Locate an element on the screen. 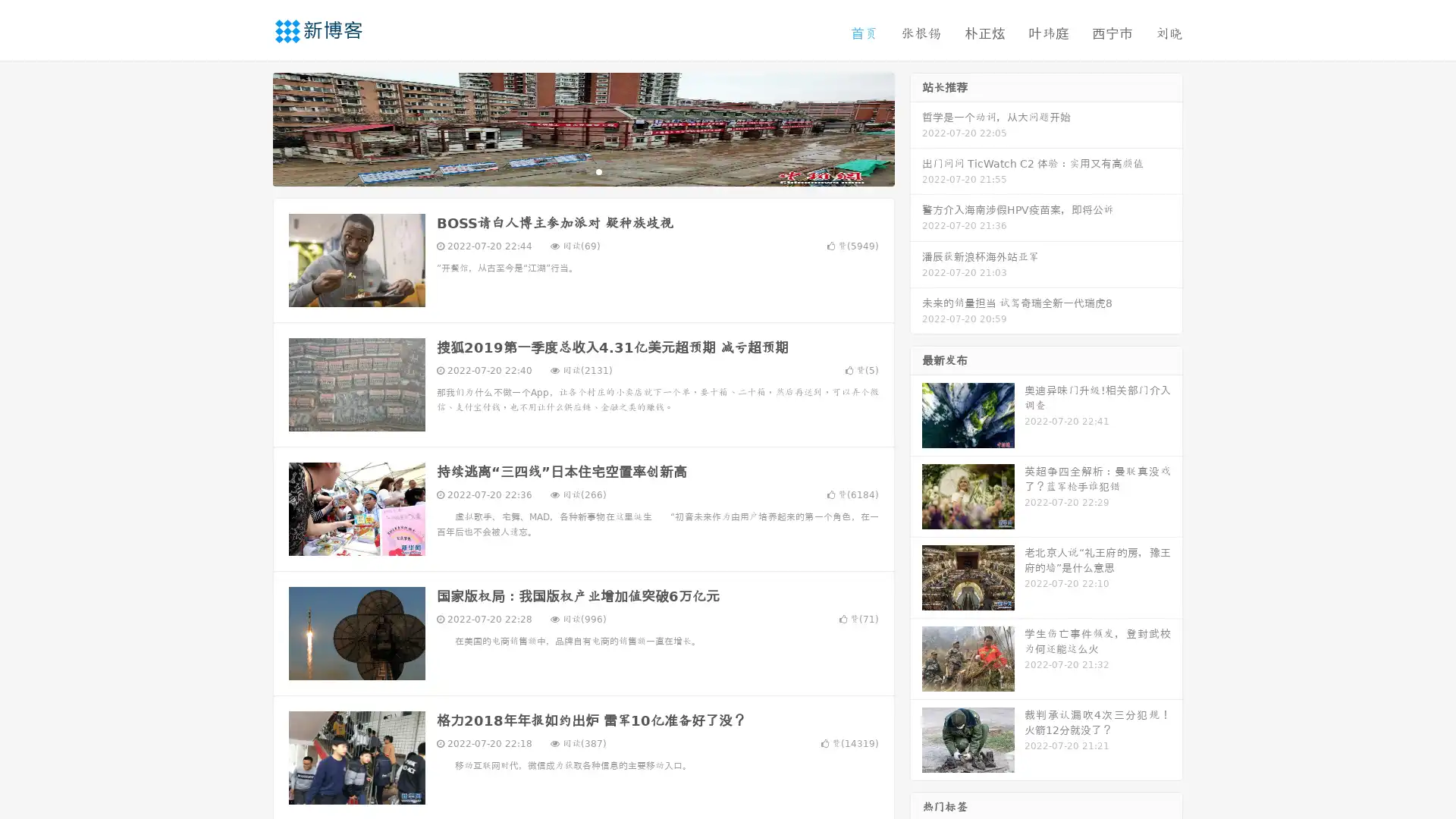  Previous slide is located at coordinates (250, 127).